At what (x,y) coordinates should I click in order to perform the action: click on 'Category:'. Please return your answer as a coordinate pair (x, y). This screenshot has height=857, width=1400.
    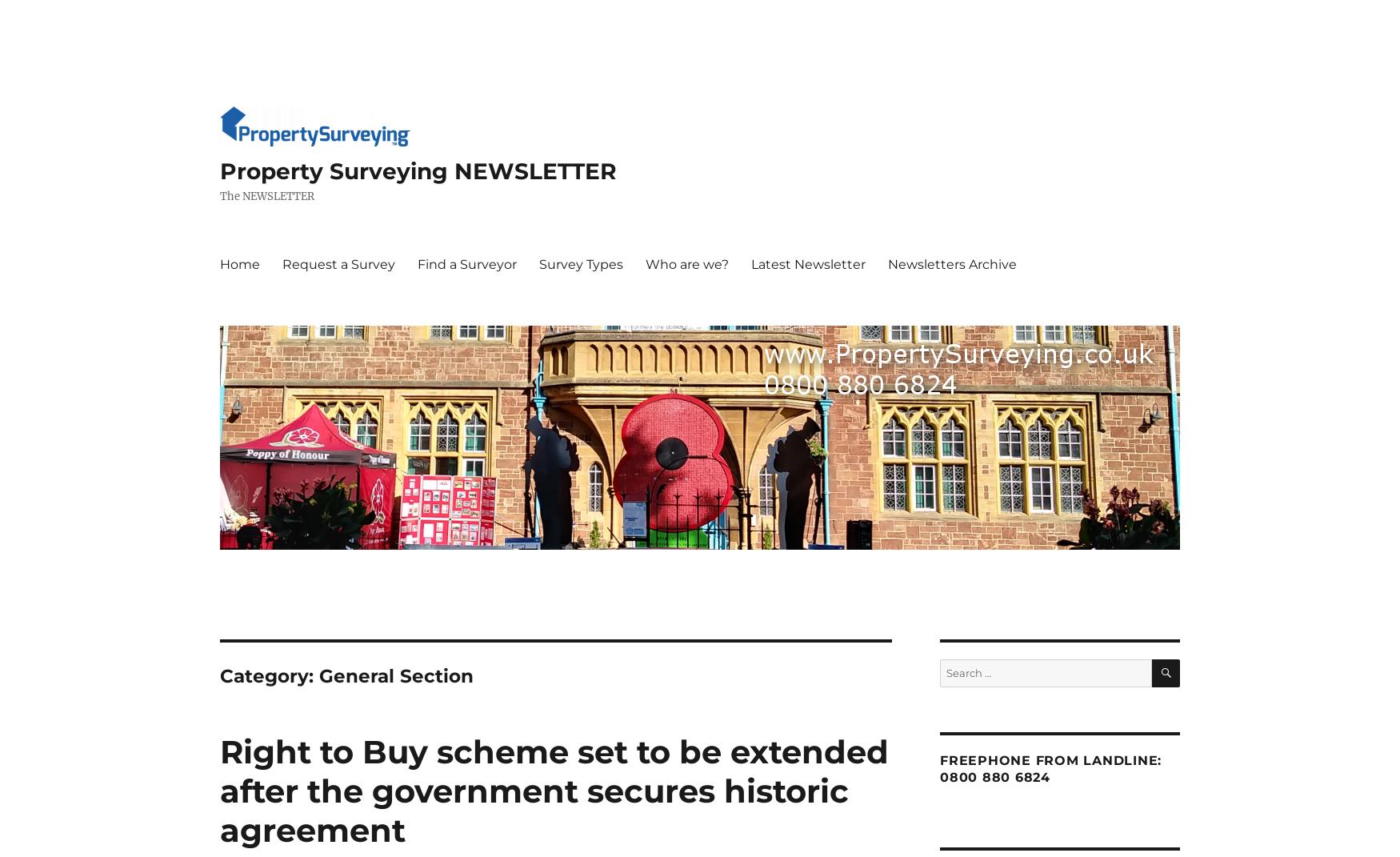
    Looking at the image, I should click on (218, 676).